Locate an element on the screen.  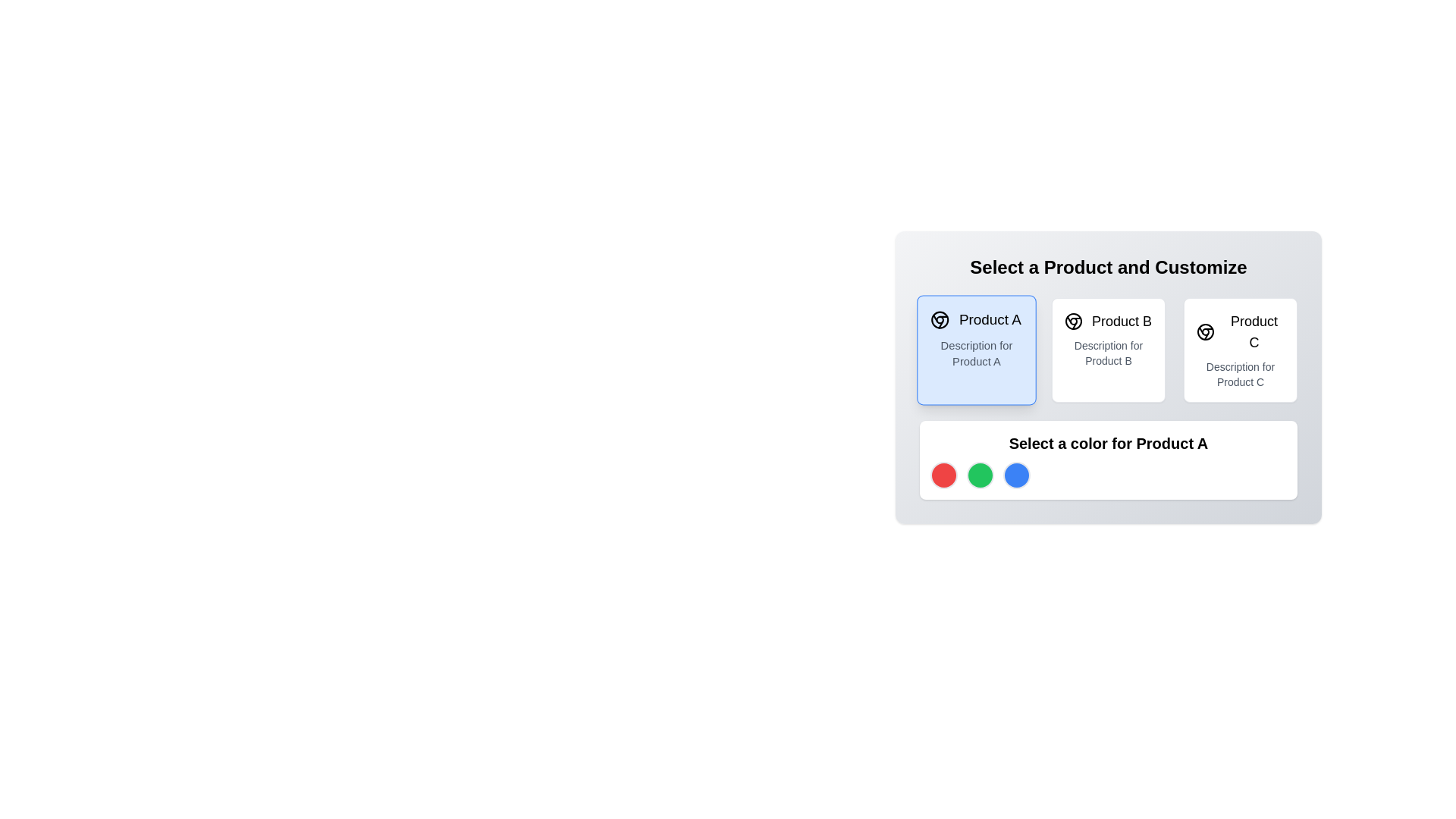
label displaying 'Product B', which is the second item in a list of product options, positioned between 'Product A' and 'Product C' is located at coordinates (1109, 321).